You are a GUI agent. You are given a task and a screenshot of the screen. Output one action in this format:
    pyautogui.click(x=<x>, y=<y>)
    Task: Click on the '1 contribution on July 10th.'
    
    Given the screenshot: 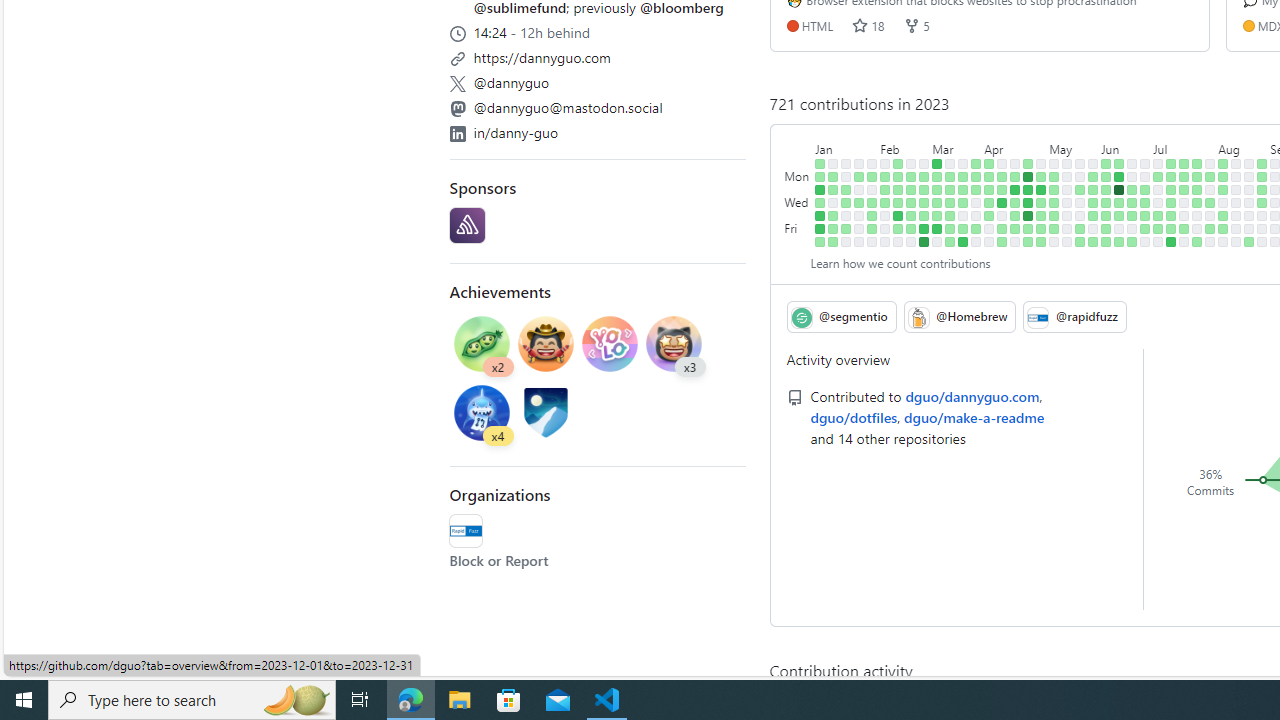 What is the action you would take?
    pyautogui.click(x=1171, y=175)
    